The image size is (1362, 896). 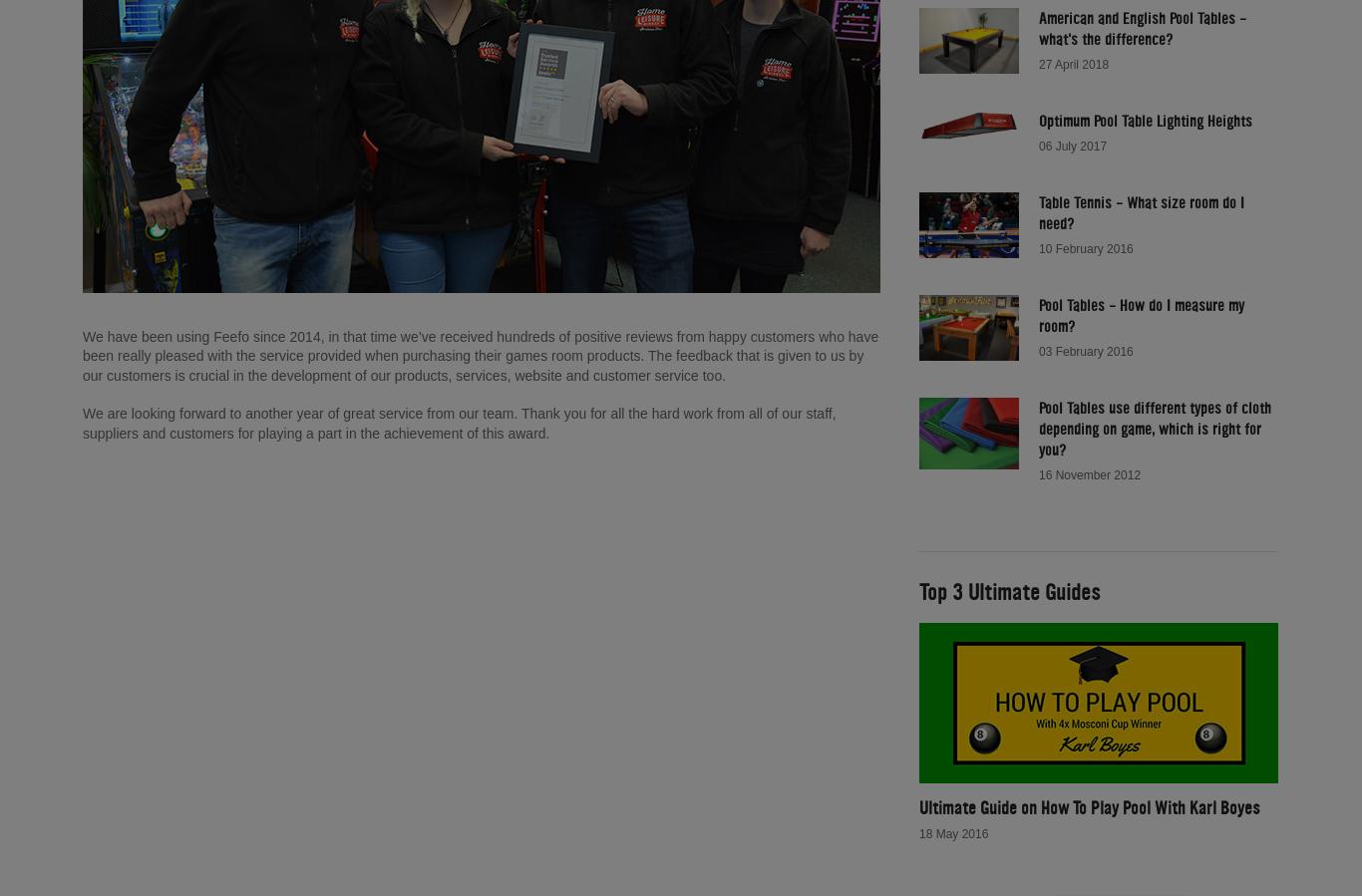 What do you see at coordinates (1071, 144) in the screenshot?
I see `'06 July 2017'` at bounding box center [1071, 144].